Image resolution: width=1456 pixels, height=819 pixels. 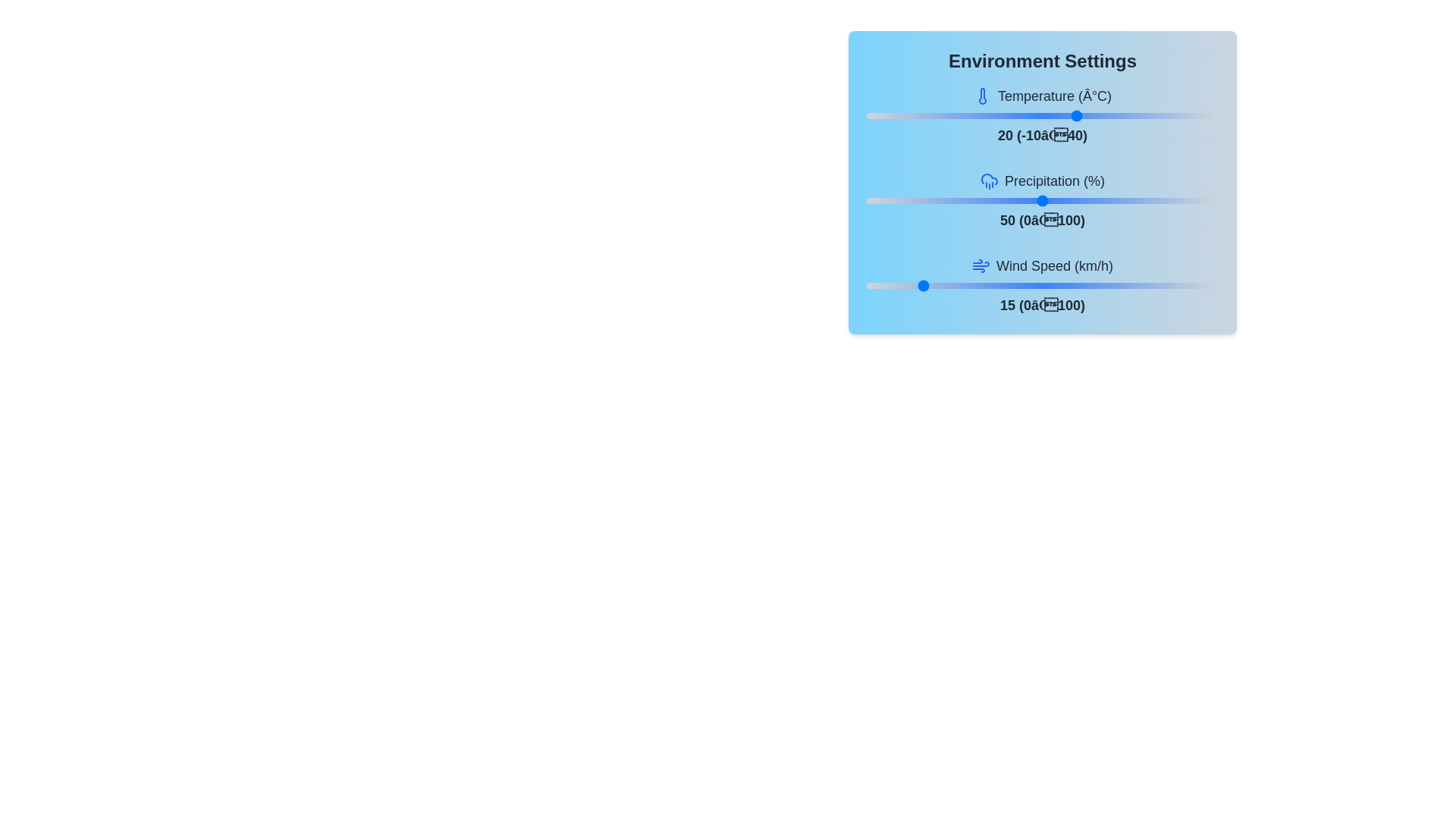 I want to click on value displayed in the text label showing '50 (0–100)', which is styled in bold and dark gray, positioned below the precipitation settings range slider, so click(x=1041, y=220).